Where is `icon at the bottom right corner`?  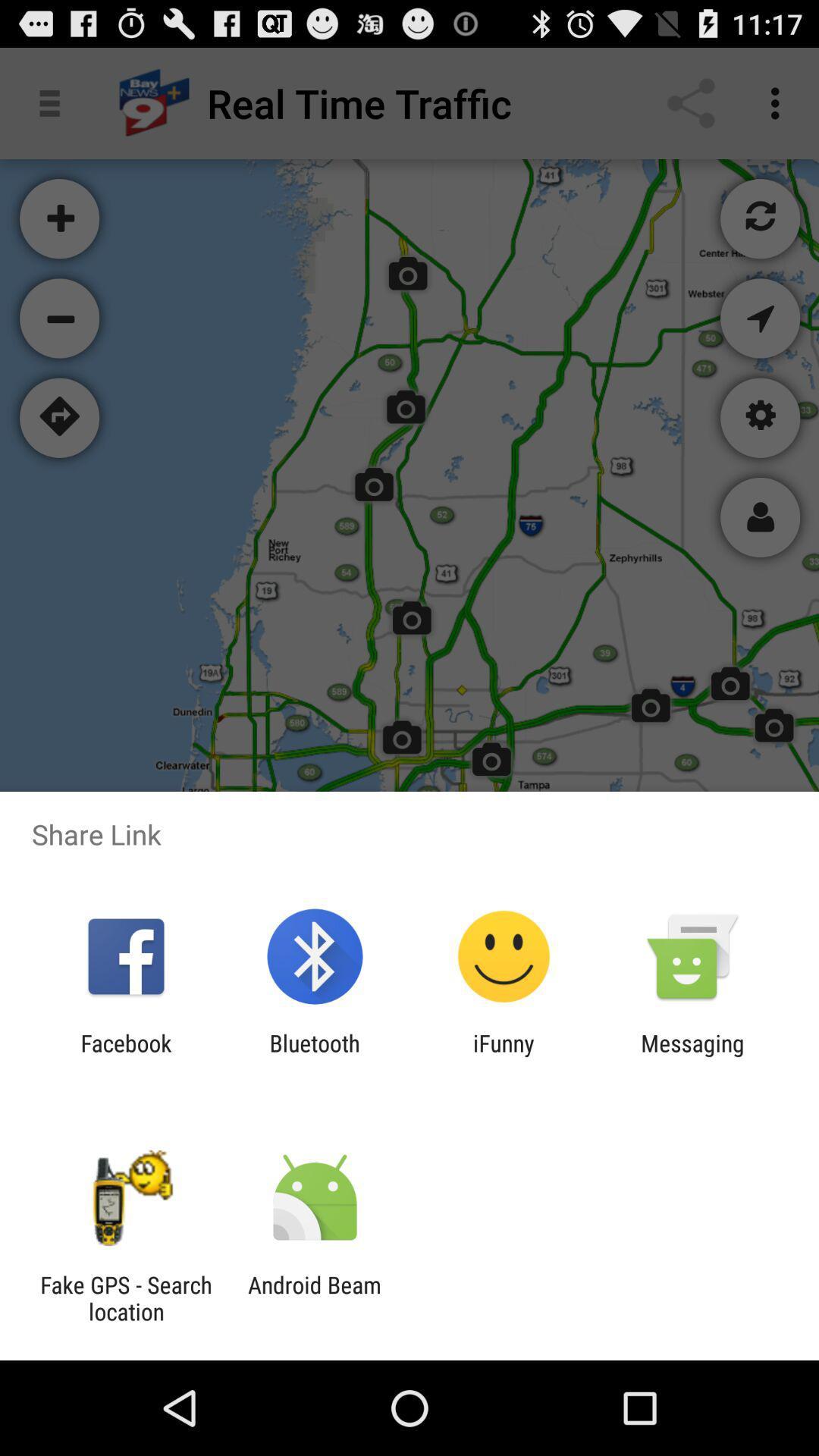
icon at the bottom right corner is located at coordinates (692, 1056).